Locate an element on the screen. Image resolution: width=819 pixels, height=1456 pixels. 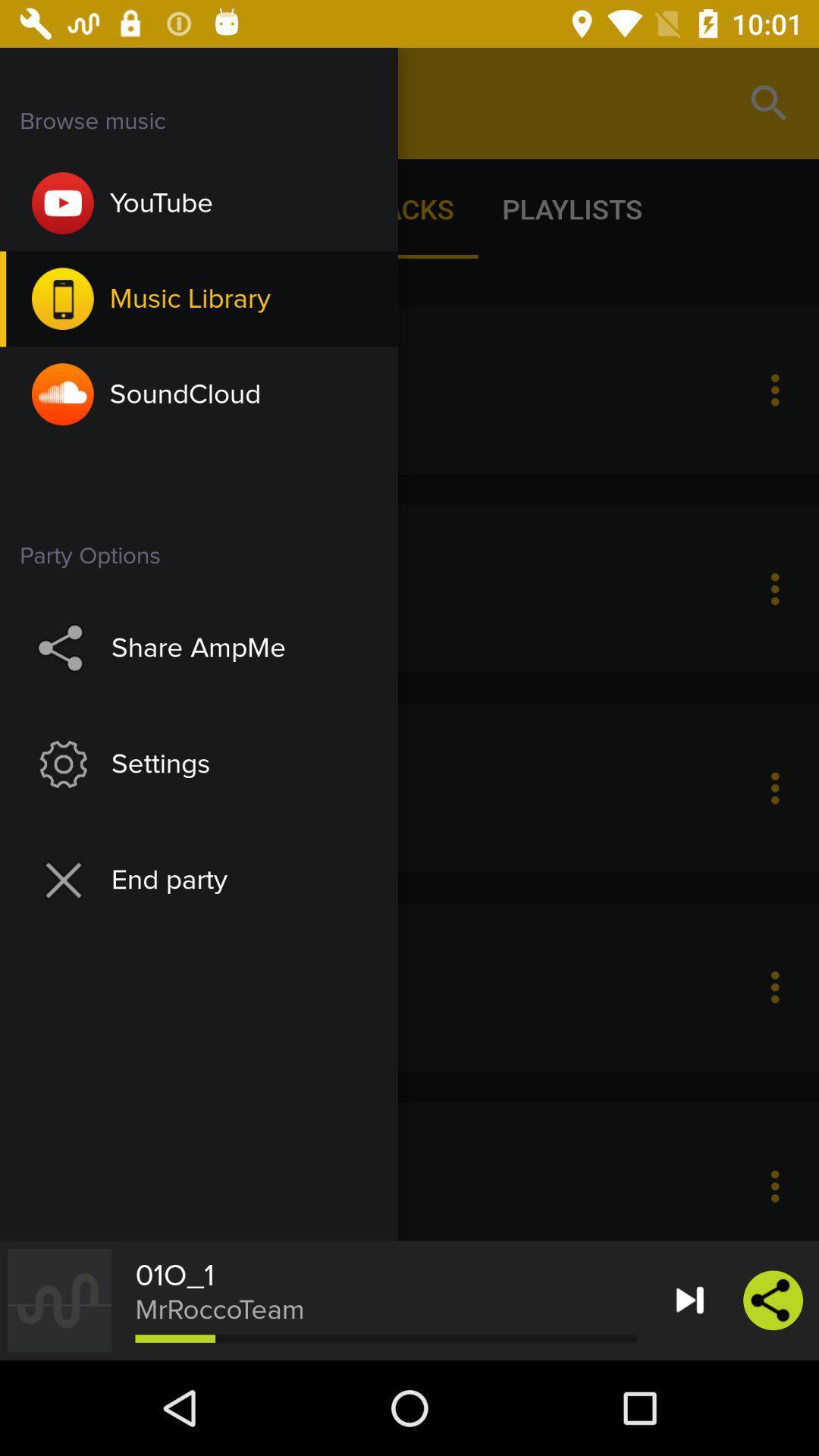
the skip_next icon is located at coordinates (690, 1299).